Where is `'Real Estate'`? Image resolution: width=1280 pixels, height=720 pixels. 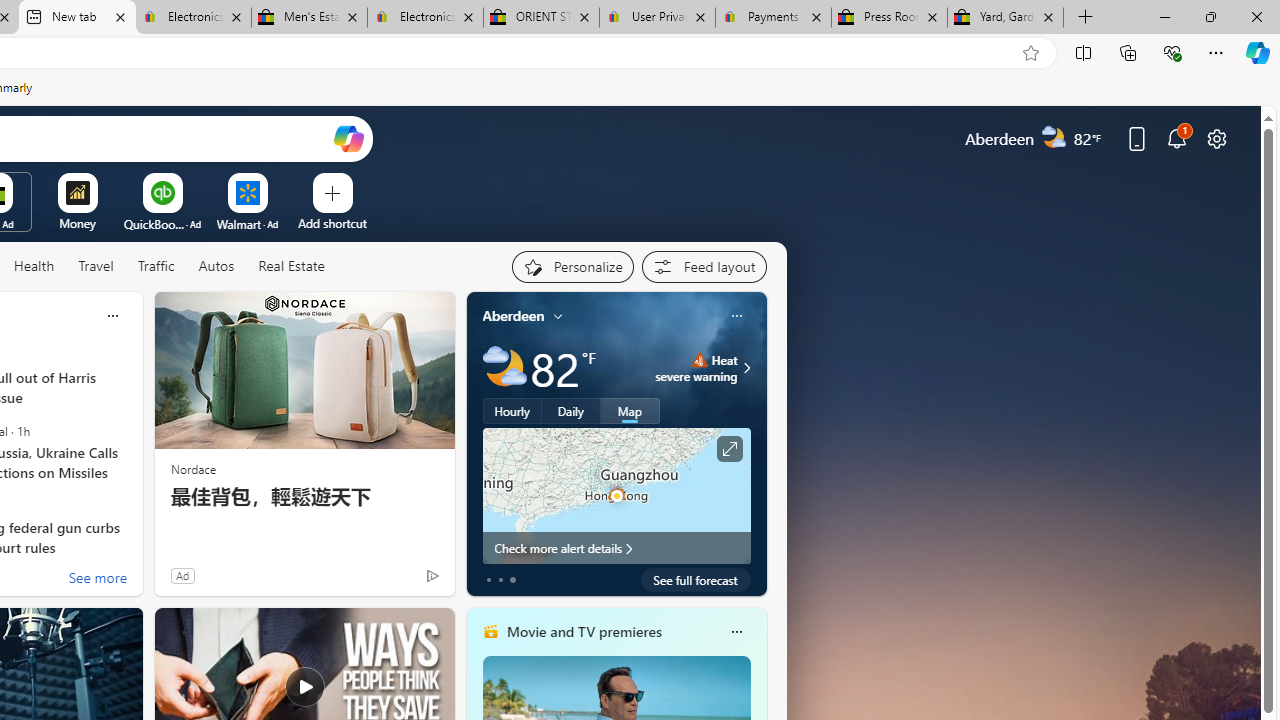 'Real Estate' is located at coordinates (290, 266).